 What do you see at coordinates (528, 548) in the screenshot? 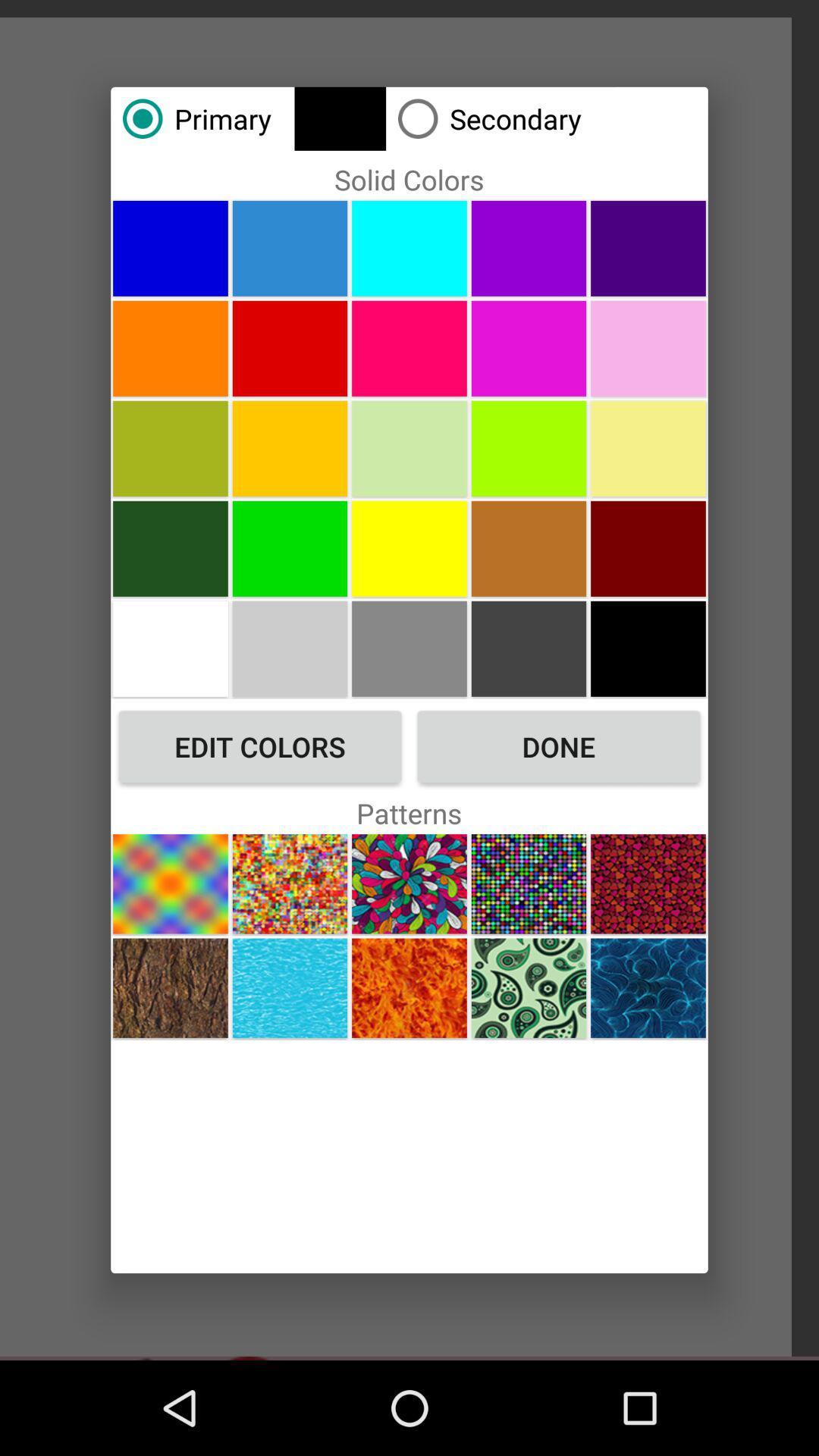
I see `change color to brown` at bounding box center [528, 548].